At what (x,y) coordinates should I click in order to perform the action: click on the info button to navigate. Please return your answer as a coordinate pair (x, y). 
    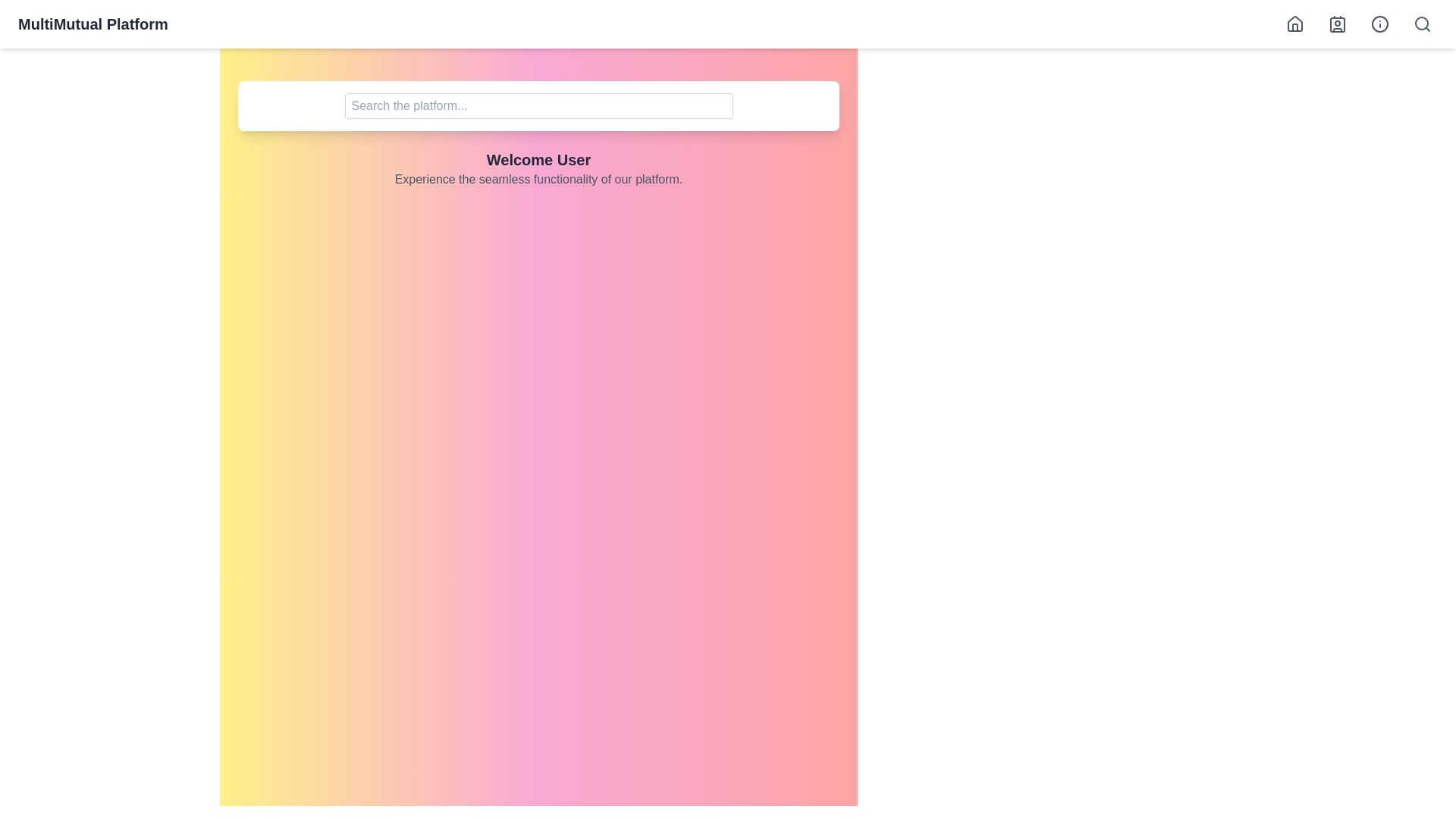
    Looking at the image, I should click on (1379, 24).